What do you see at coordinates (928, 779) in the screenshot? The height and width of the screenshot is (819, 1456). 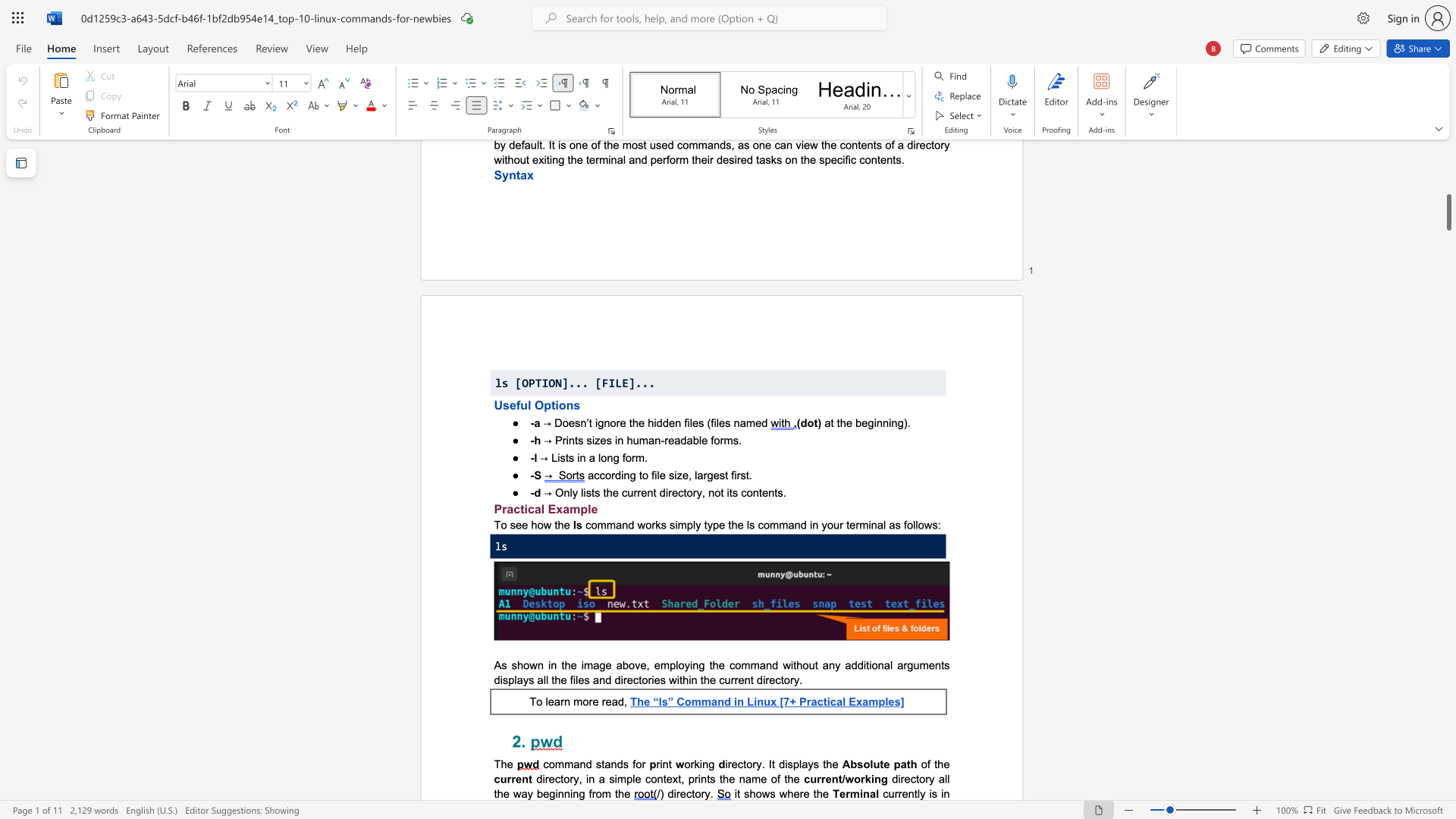 I see `the subset text "y all" within the text "directory all the way beginning from the"` at bounding box center [928, 779].